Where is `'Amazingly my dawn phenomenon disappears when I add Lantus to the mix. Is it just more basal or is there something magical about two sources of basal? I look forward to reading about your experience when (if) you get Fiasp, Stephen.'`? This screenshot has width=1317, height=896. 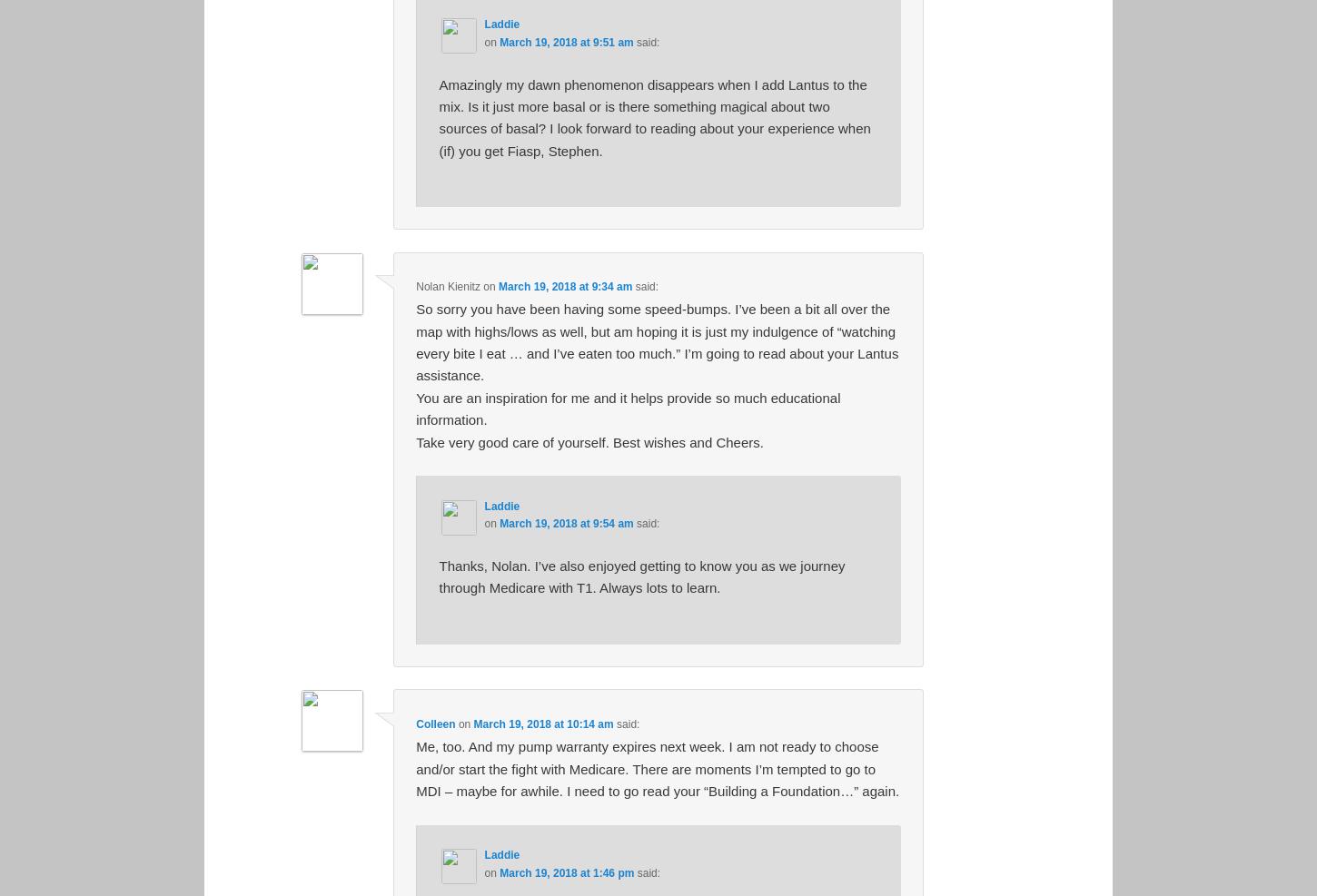
'Amazingly my dawn phenomenon disappears when I add Lantus to the mix. Is it just more basal or is there something magical about two sources of basal? I look forward to reading about your experience when (if) you get Fiasp, Stephen.' is located at coordinates (653, 117).